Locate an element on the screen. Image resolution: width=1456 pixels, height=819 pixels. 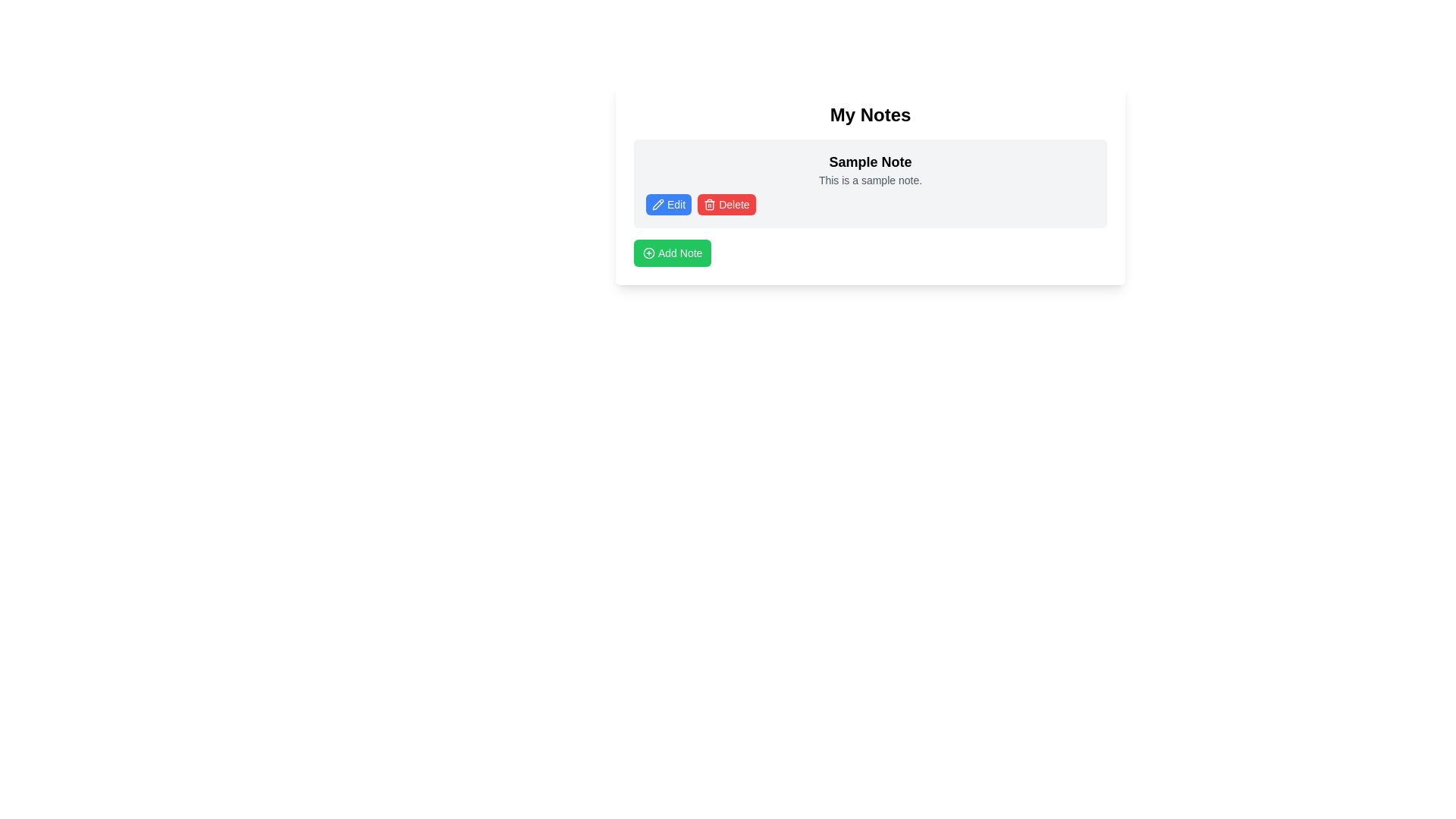
the Text header that serves as a title for user notes, located at the top of a white background card is located at coordinates (870, 114).